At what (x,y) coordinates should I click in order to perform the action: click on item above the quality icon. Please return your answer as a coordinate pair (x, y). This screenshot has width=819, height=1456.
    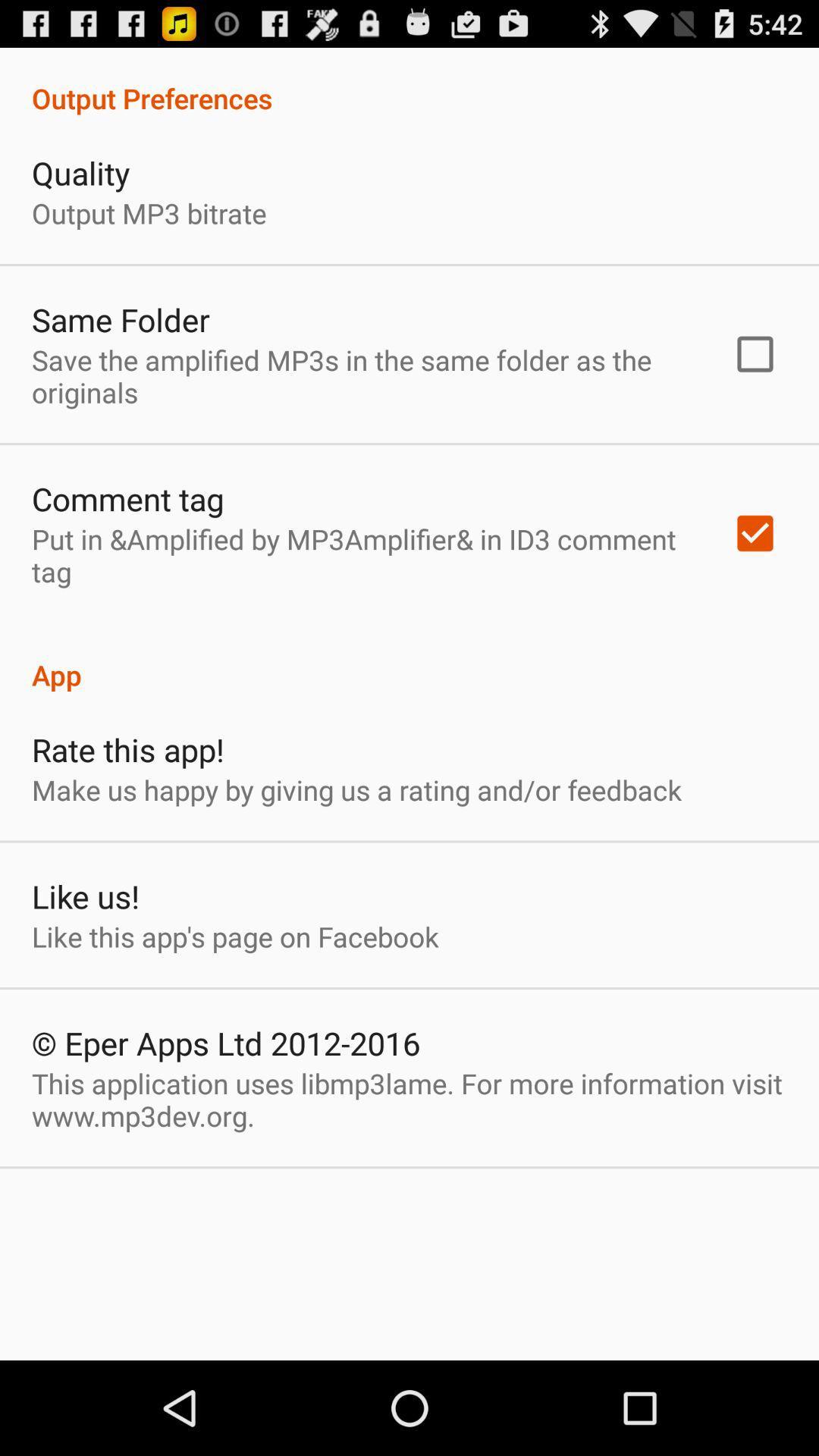
    Looking at the image, I should click on (409, 81).